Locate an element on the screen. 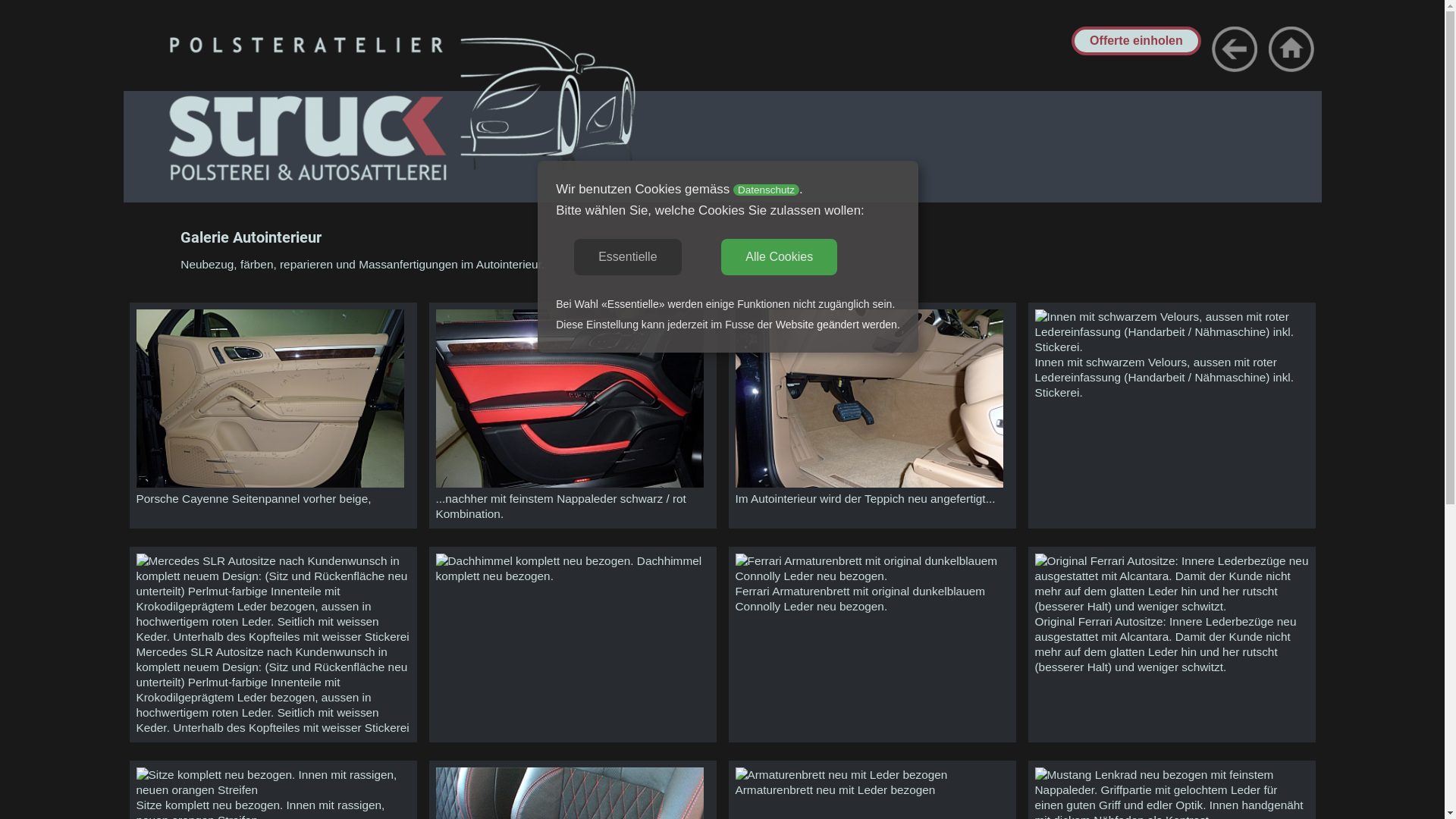  'Porsche Cayenne Seitenpannel vorher beige,' is located at coordinates (270, 397).